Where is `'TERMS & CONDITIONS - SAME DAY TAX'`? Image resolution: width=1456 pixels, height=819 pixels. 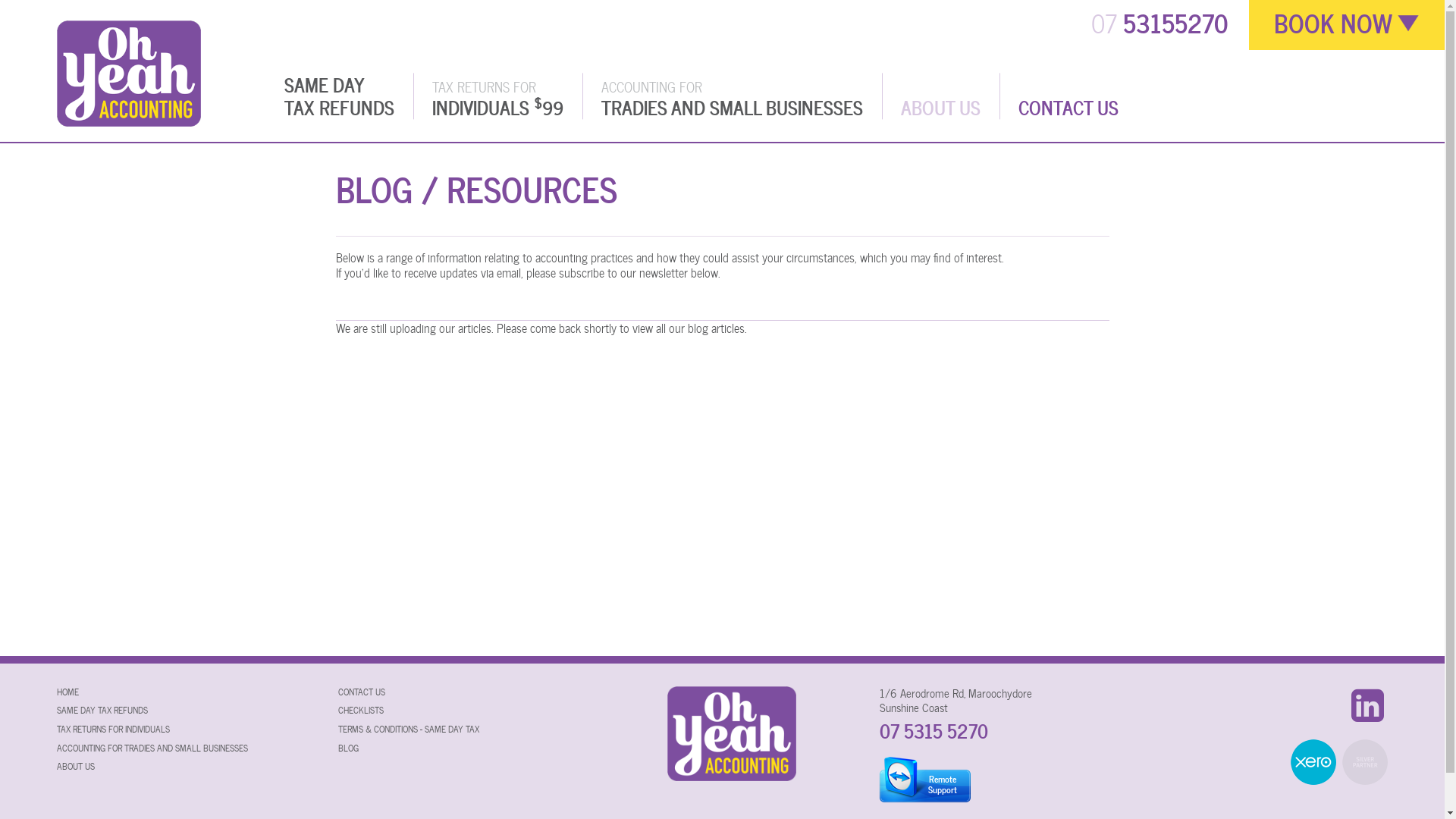 'TERMS & CONDITIONS - SAME DAY TAX' is located at coordinates (408, 727).